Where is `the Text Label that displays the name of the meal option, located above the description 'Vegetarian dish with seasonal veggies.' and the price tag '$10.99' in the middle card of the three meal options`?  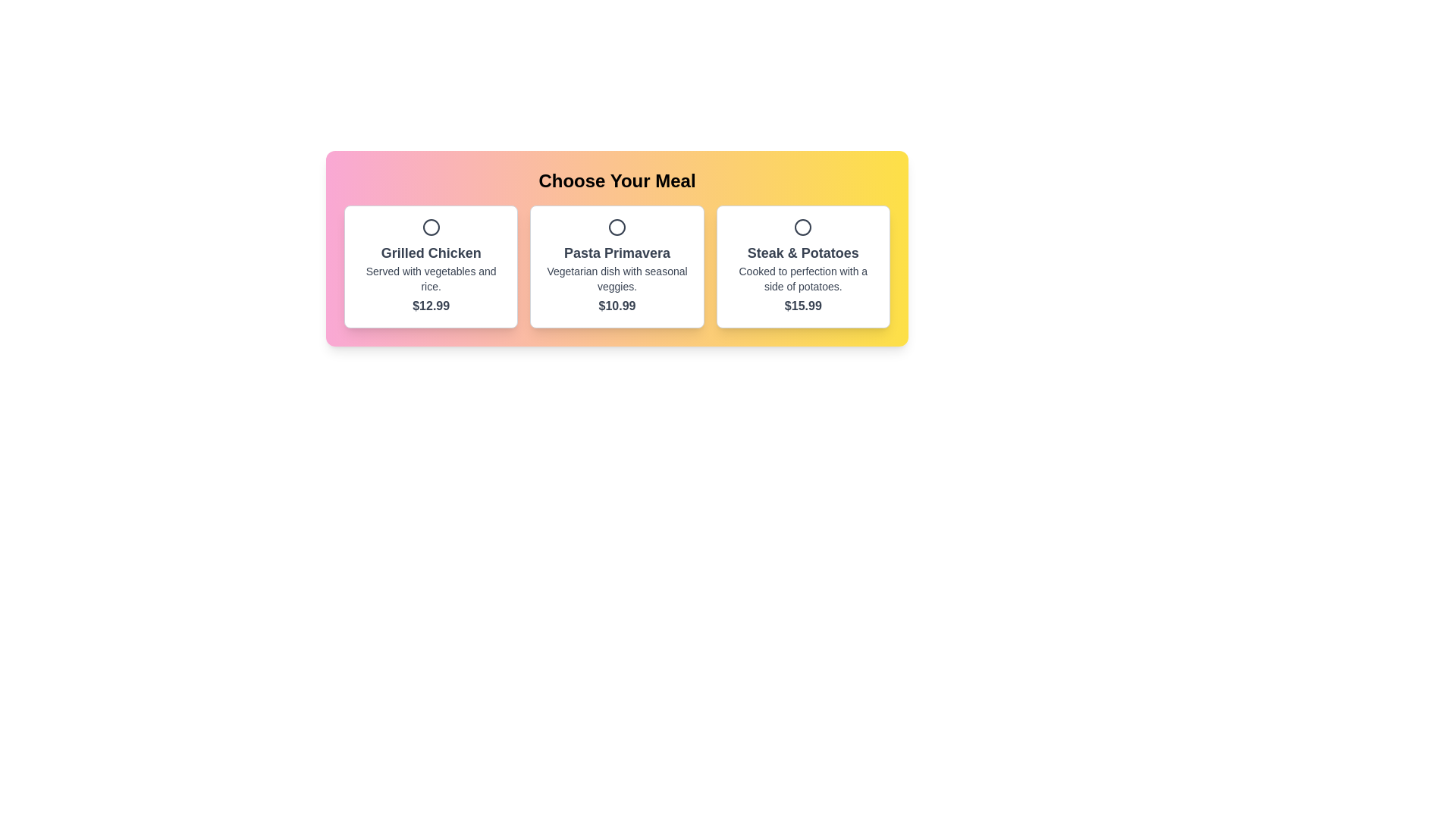
the Text Label that displays the name of the meal option, located above the description 'Vegetarian dish with seasonal veggies.' and the price tag '$10.99' in the middle card of the three meal options is located at coordinates (617, 253).